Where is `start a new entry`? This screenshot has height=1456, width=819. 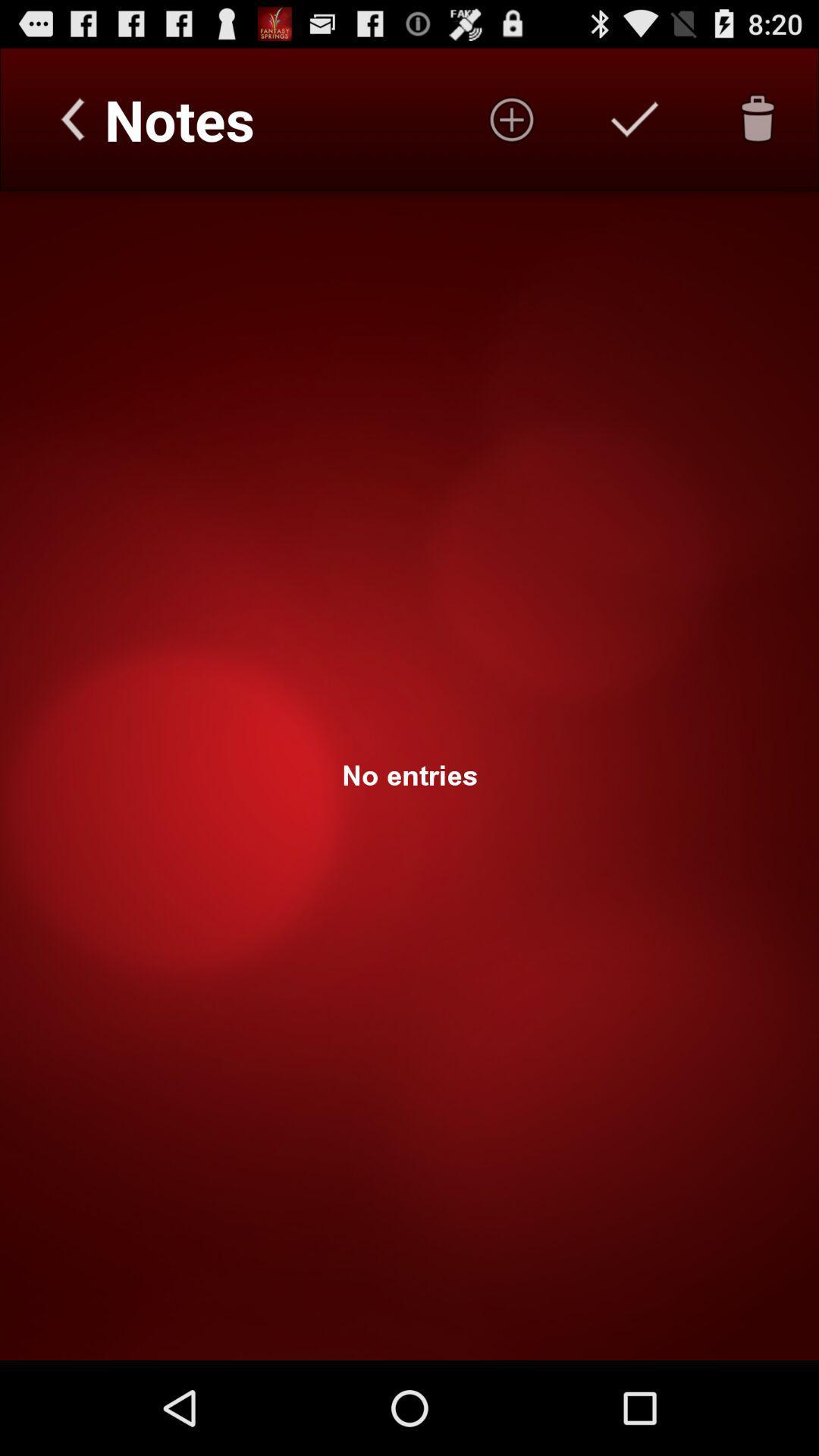
start a new entry is located at coordinates (512, 118).